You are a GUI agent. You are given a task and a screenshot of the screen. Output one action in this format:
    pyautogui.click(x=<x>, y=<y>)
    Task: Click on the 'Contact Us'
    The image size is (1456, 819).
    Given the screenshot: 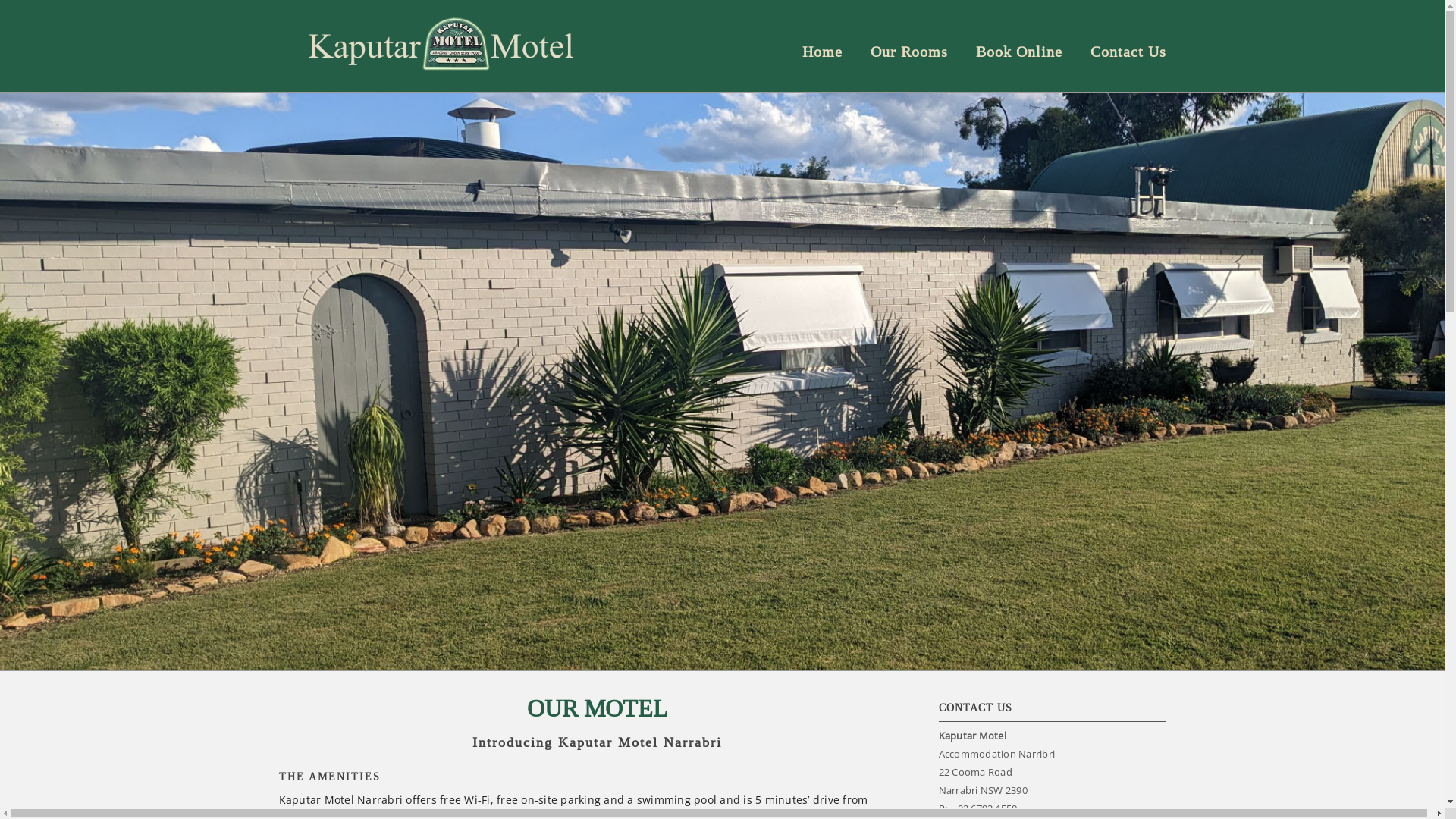 What is the action you would take?
    pyautogui.click(x=1128, y=52)
    